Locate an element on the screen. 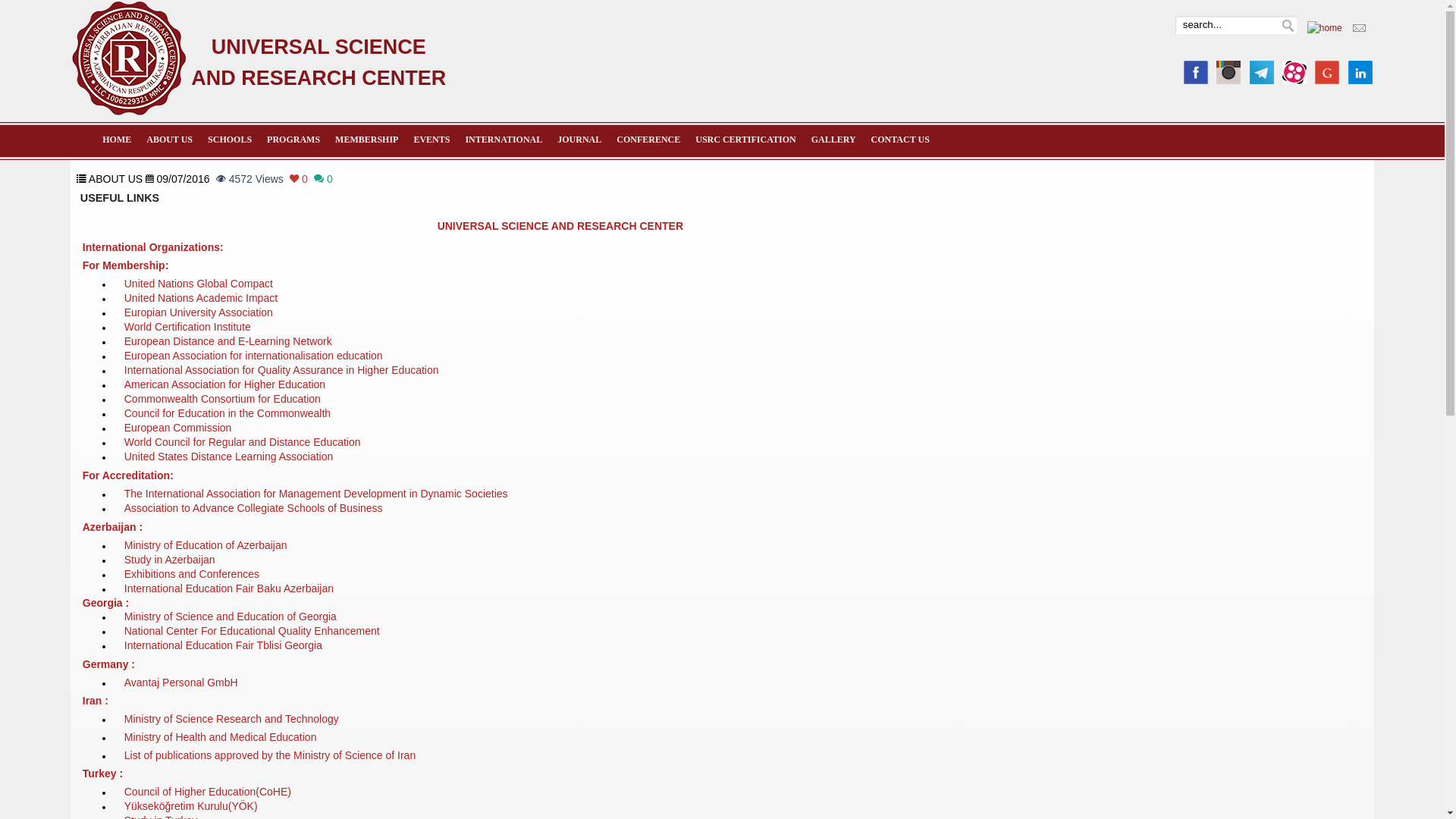  'home' is located at coordinates (1306, 28).